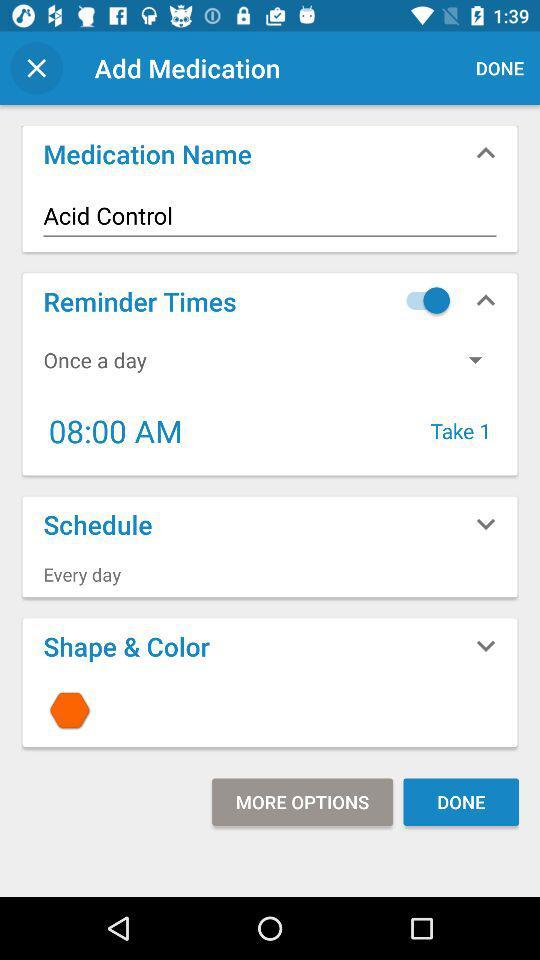  I want to click on the item above the more options, so click(270, 710).